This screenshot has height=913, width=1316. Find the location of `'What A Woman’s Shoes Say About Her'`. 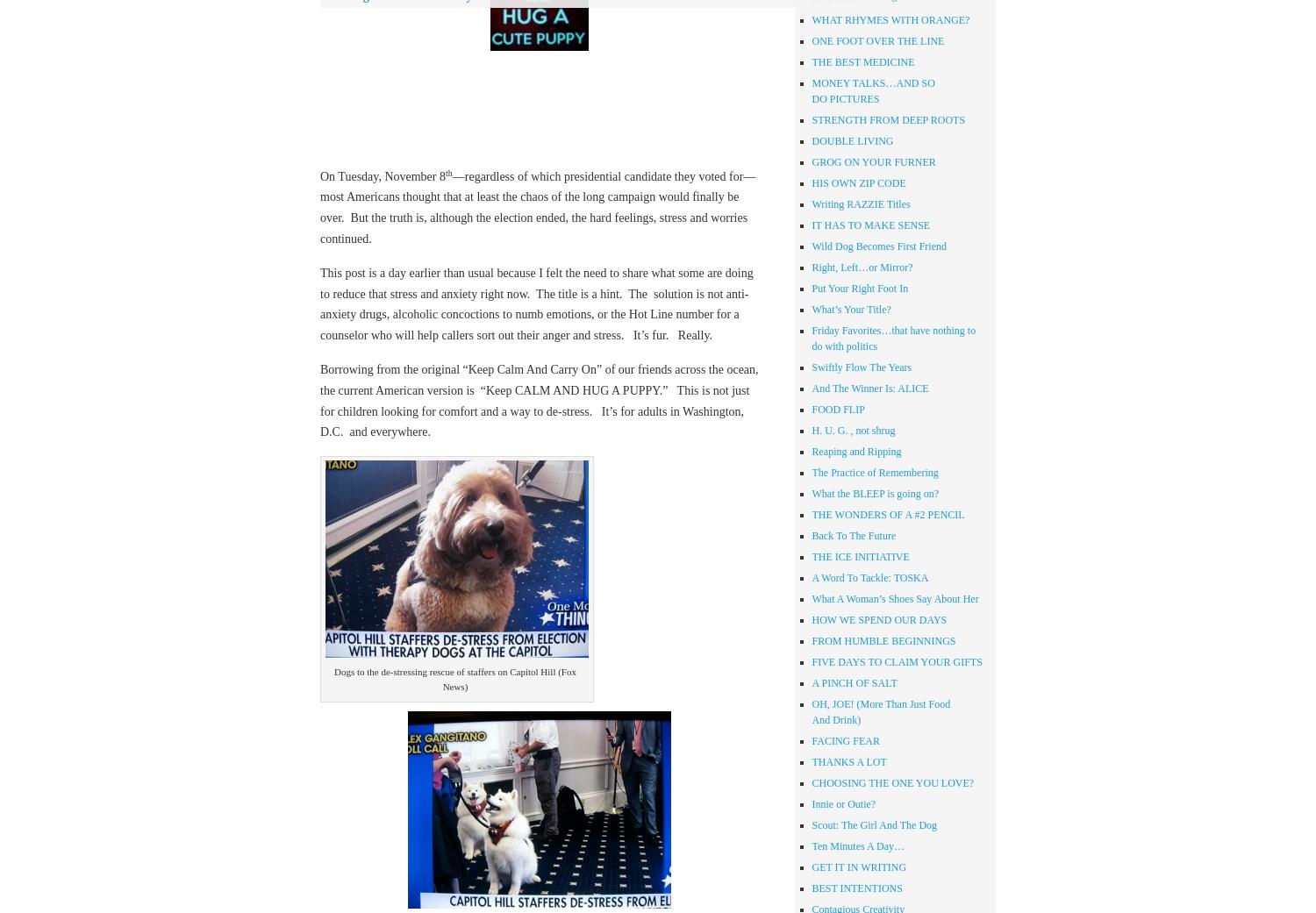

'What A Woman’s Shoes Say About Her' is located at coordinates (812, 598).